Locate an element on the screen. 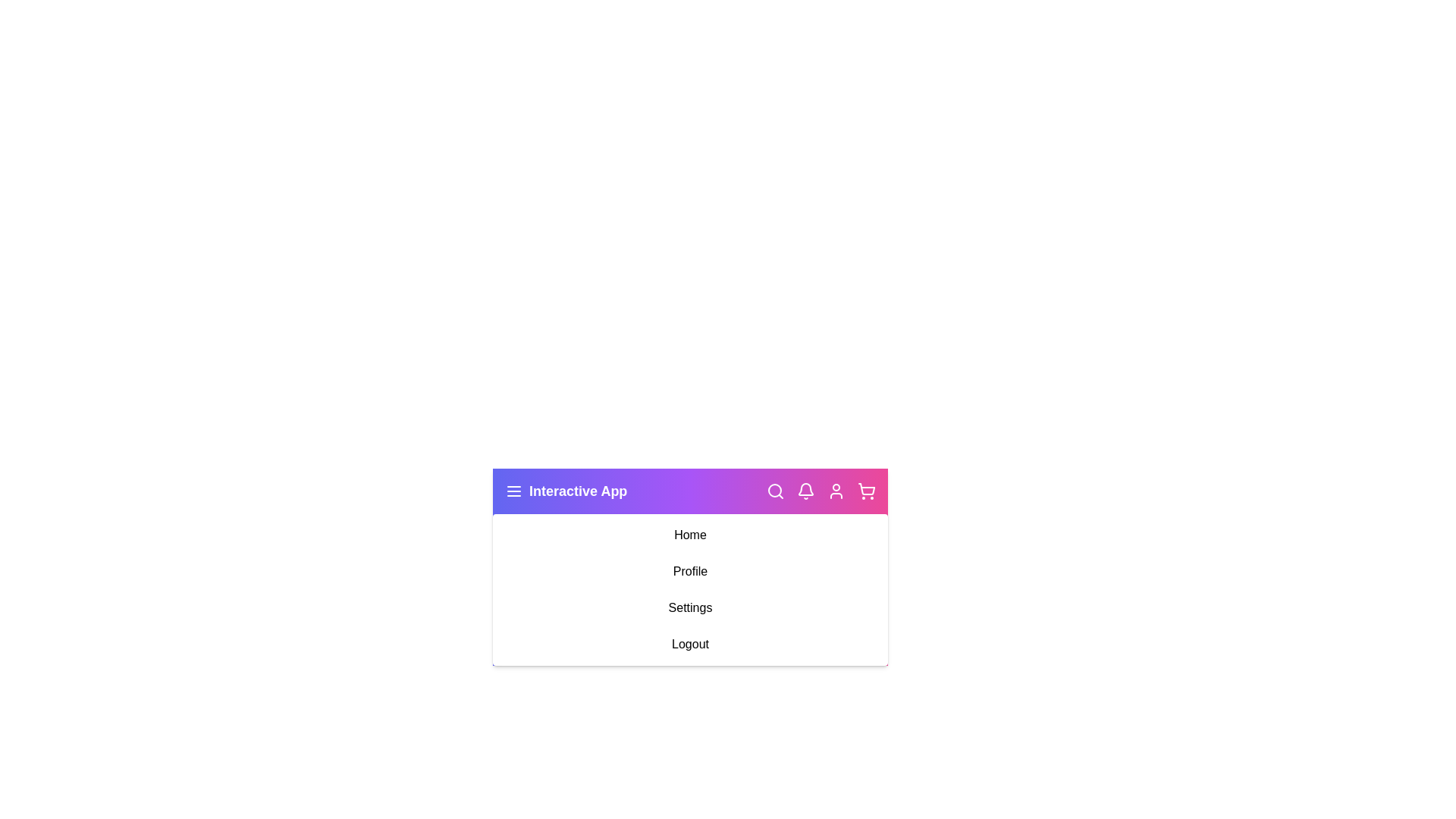  the menu_icon to observe hover effects is located at coordinates (513, 491).